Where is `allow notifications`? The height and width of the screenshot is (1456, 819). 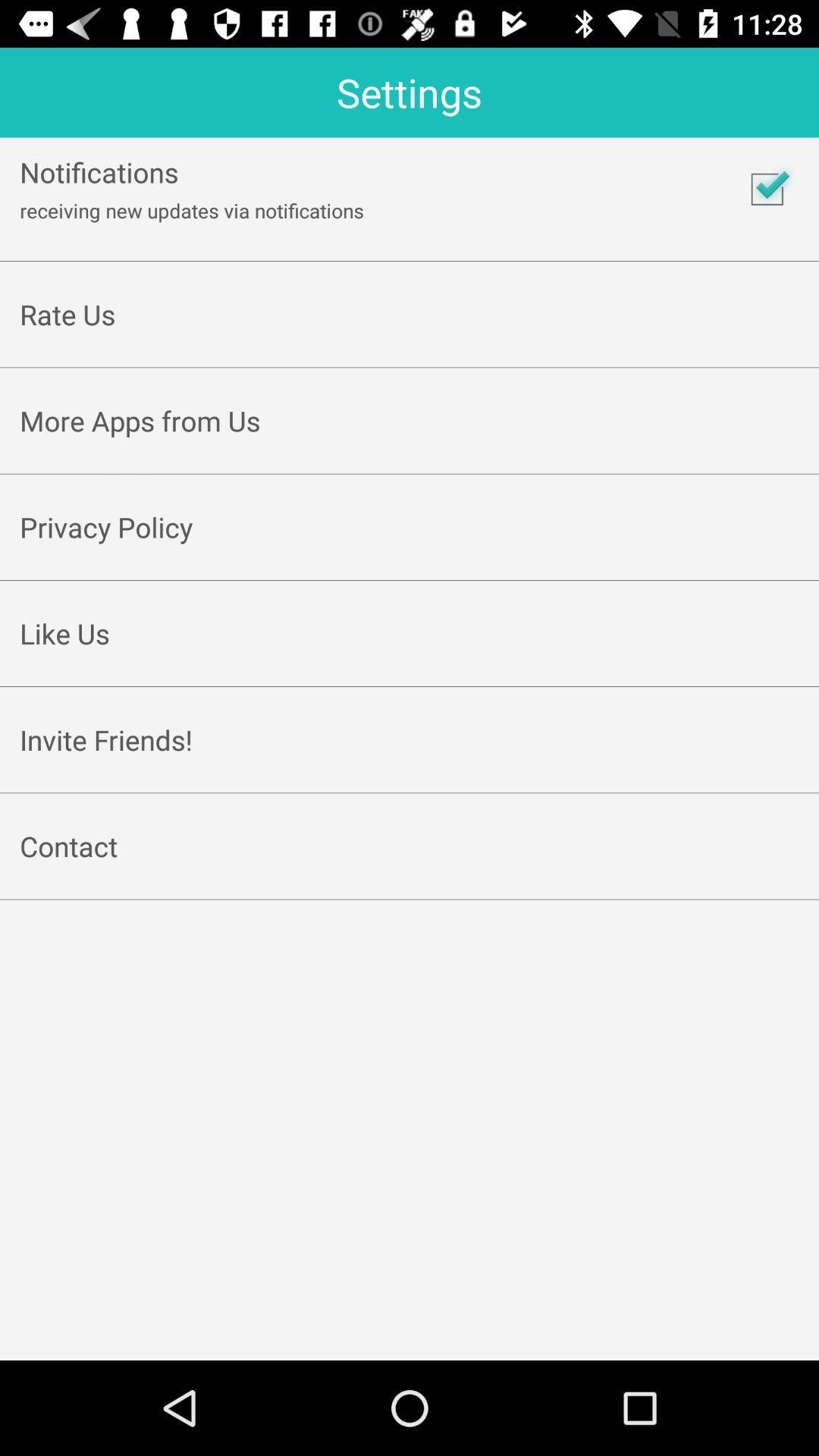
allow notifications is located at coordinates (767, 188).